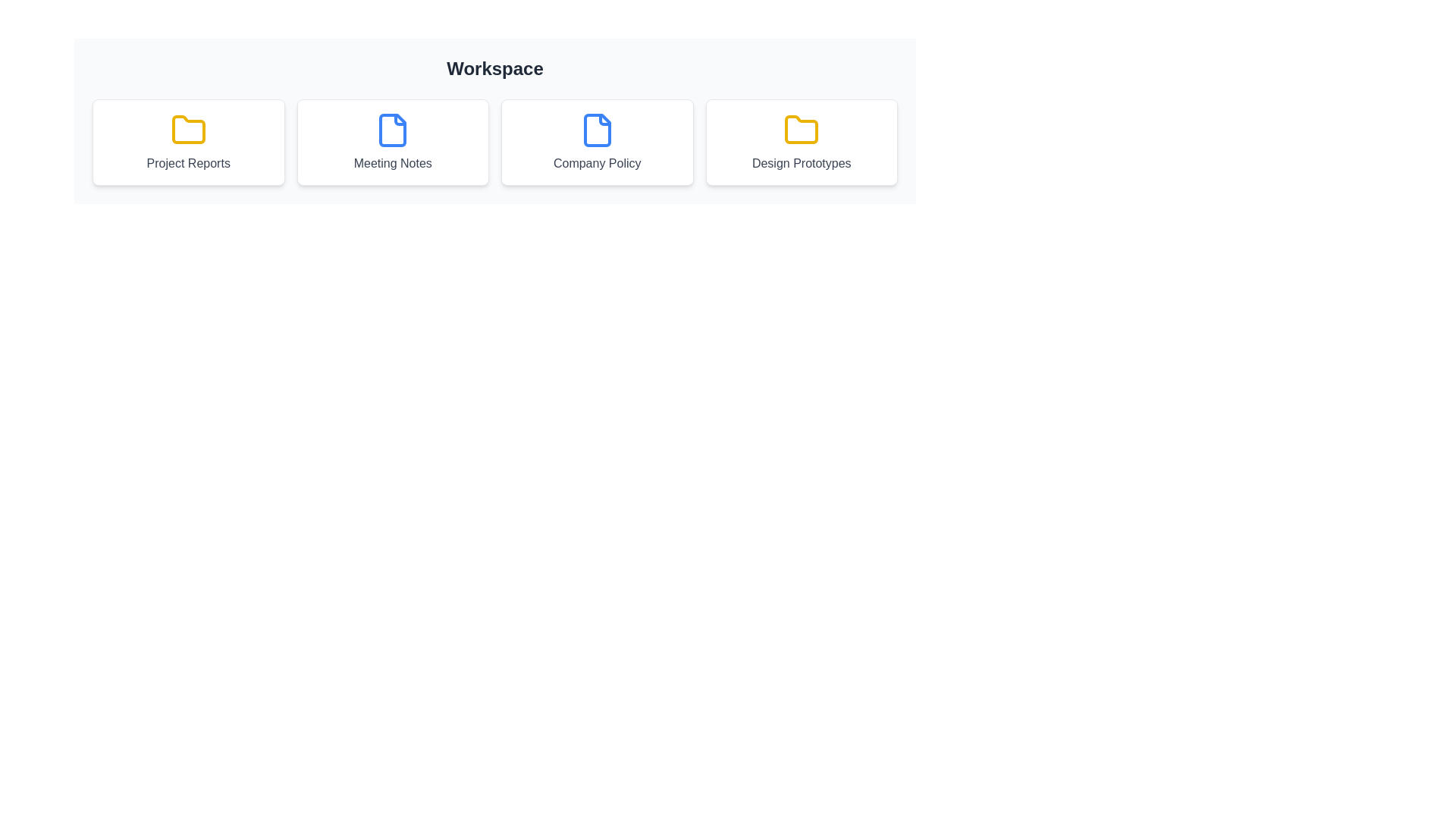 The width and height of the screenshot is (1456, 819). Describe the element at coordinates (187, 143) in the screenshot. I see `the 'Project Reports' card located at the top-left of the grid` at that location.